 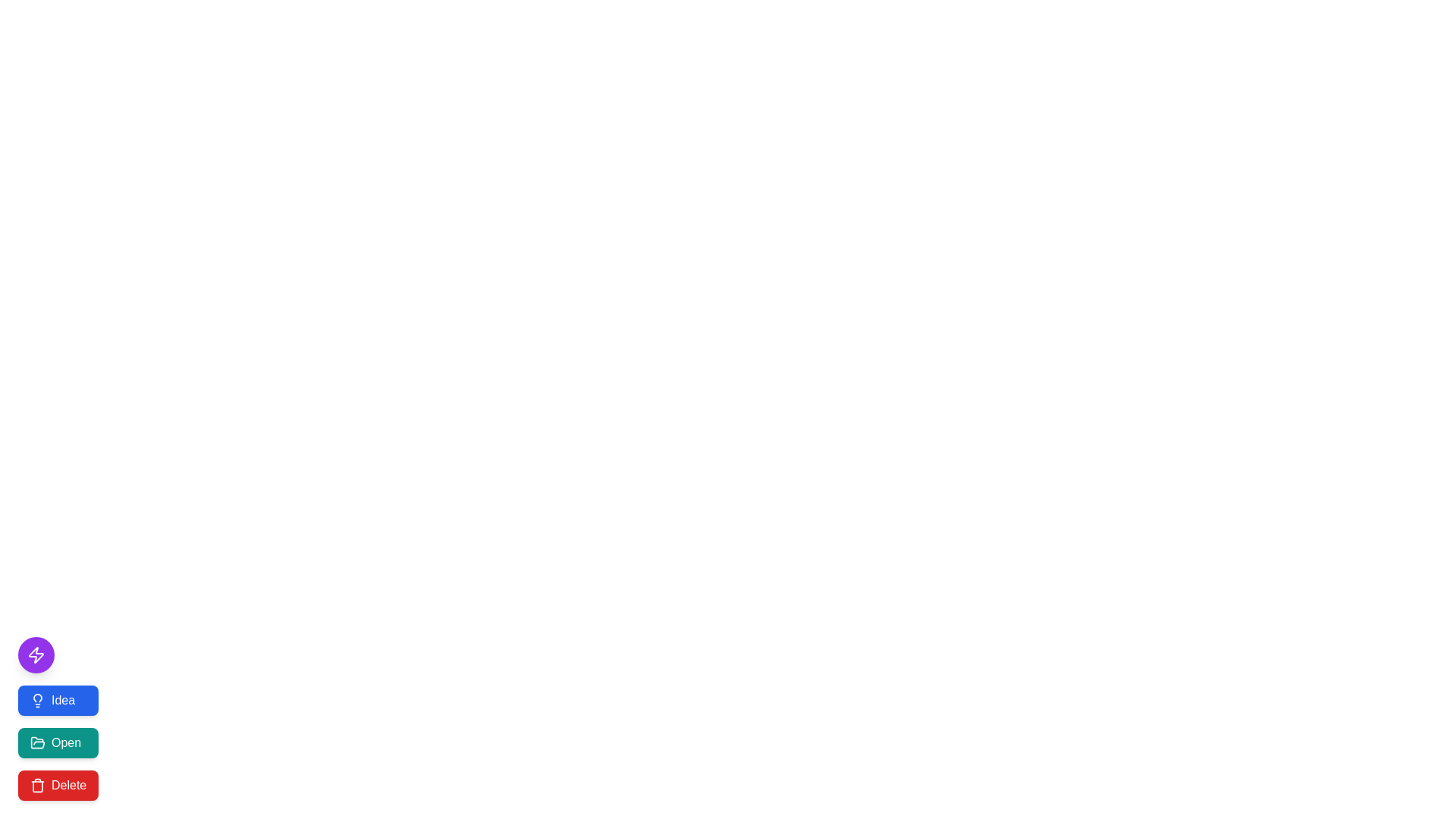 What do you see at coordinates (37, 785) in the screenshot?
I see `the delete icon located to the left of the 'Delete' text inside the red rectangular button at the bottom of the stack` at bounding box center [37, 785].